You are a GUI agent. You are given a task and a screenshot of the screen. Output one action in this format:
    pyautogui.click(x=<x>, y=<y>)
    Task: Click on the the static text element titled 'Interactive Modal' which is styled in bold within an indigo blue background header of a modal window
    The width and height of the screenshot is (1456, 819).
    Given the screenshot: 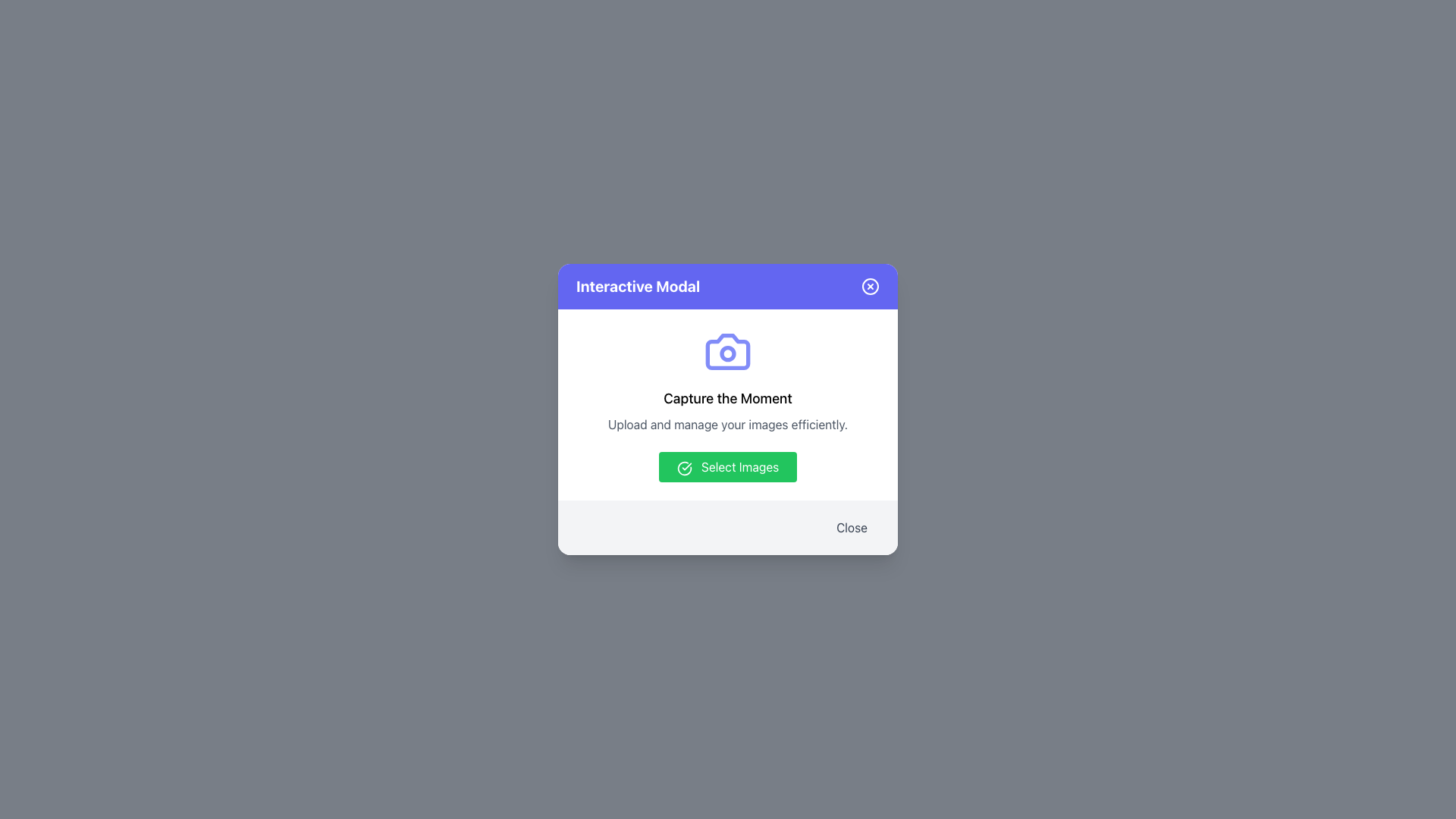 What is the action you would take?
    pyautogui.click(x=638, y=287)
    